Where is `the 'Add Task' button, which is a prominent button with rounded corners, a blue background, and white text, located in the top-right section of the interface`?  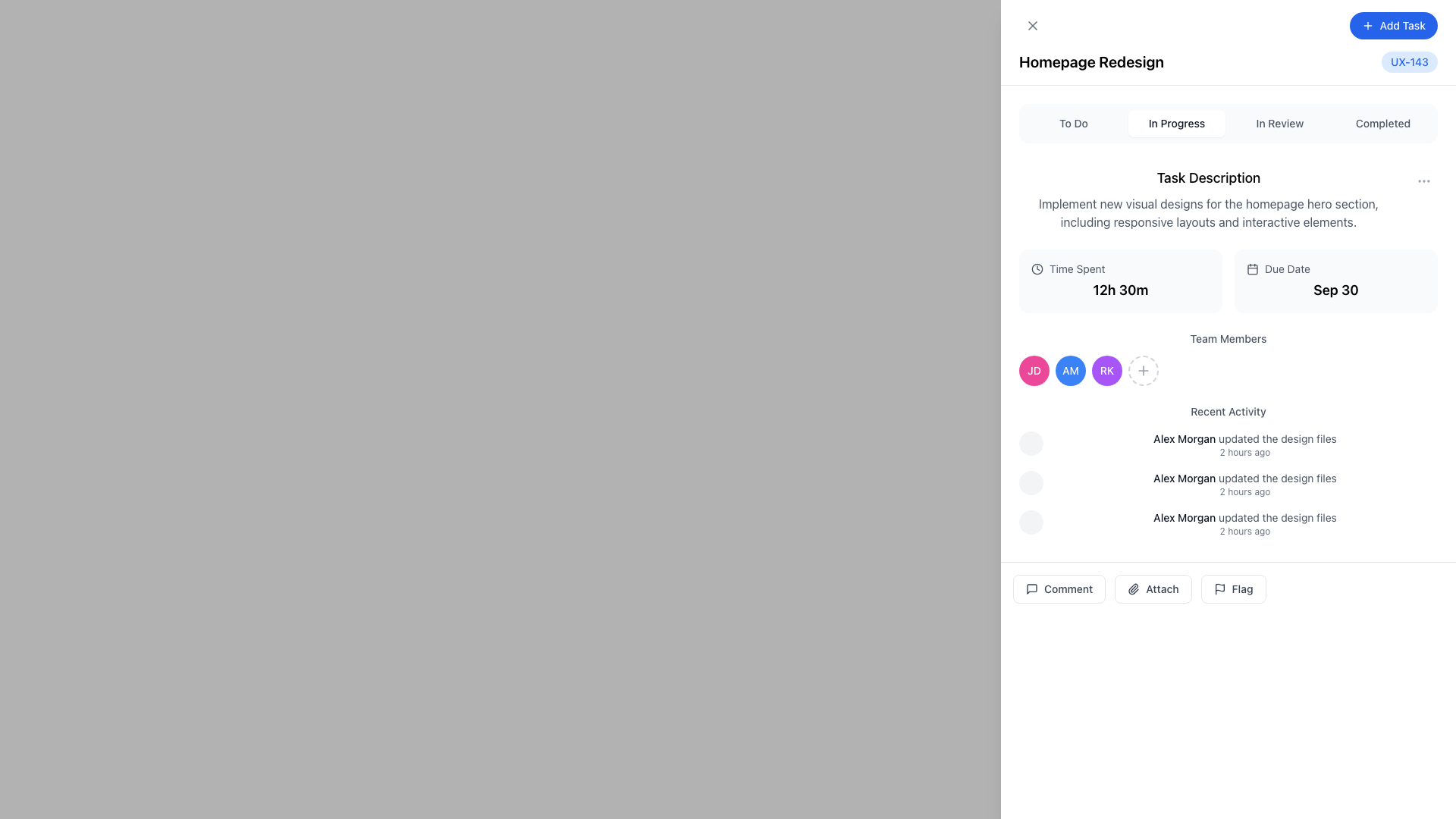
the 'Add Task' button, which is a prominent button with rounded corners, a blue background, and white text, located in the top-right section of the interface is located at coordinates (1393, 26).